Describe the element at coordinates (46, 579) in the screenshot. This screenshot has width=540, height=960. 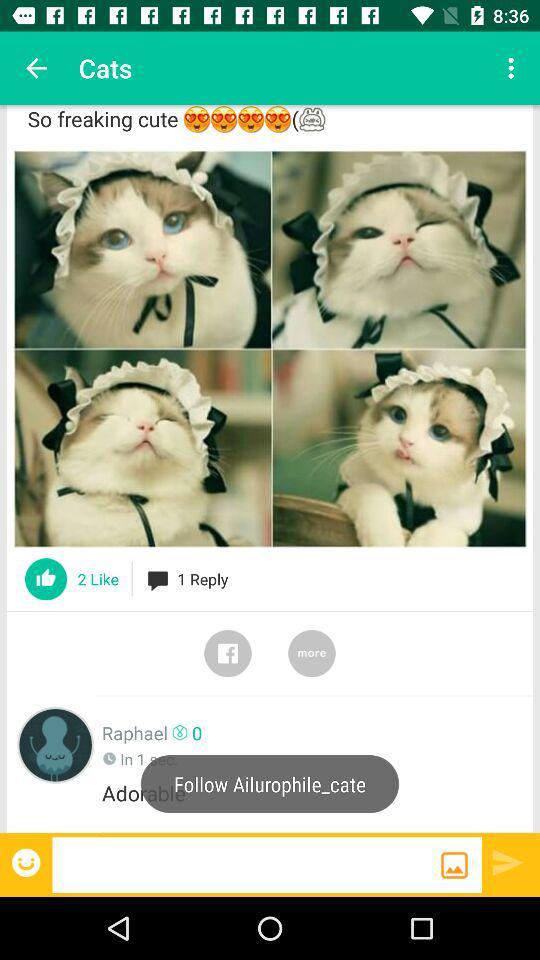
I see `like button` at that location.